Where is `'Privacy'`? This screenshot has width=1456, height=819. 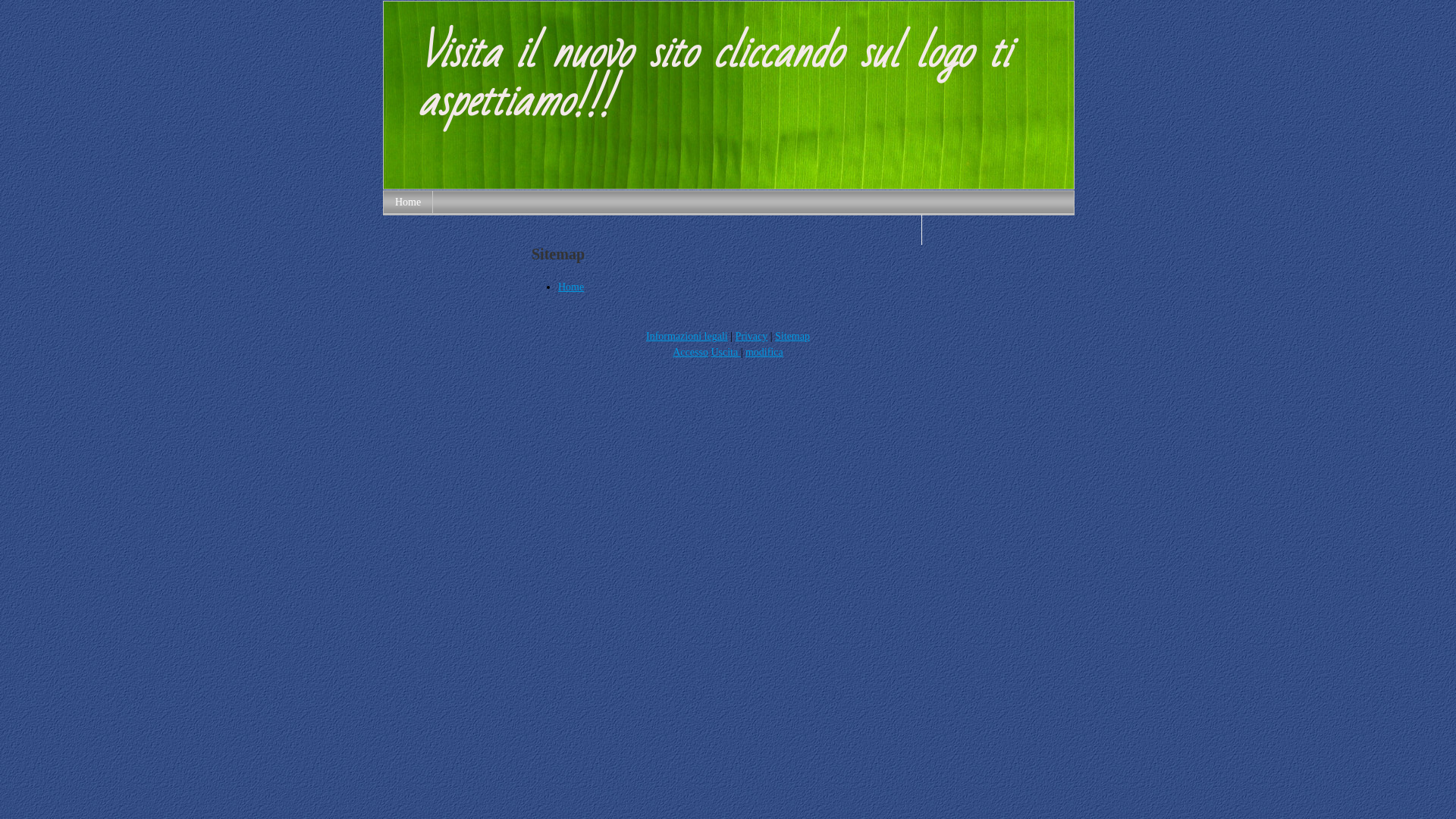
'Privacy' is located at coordinates (752, 335).